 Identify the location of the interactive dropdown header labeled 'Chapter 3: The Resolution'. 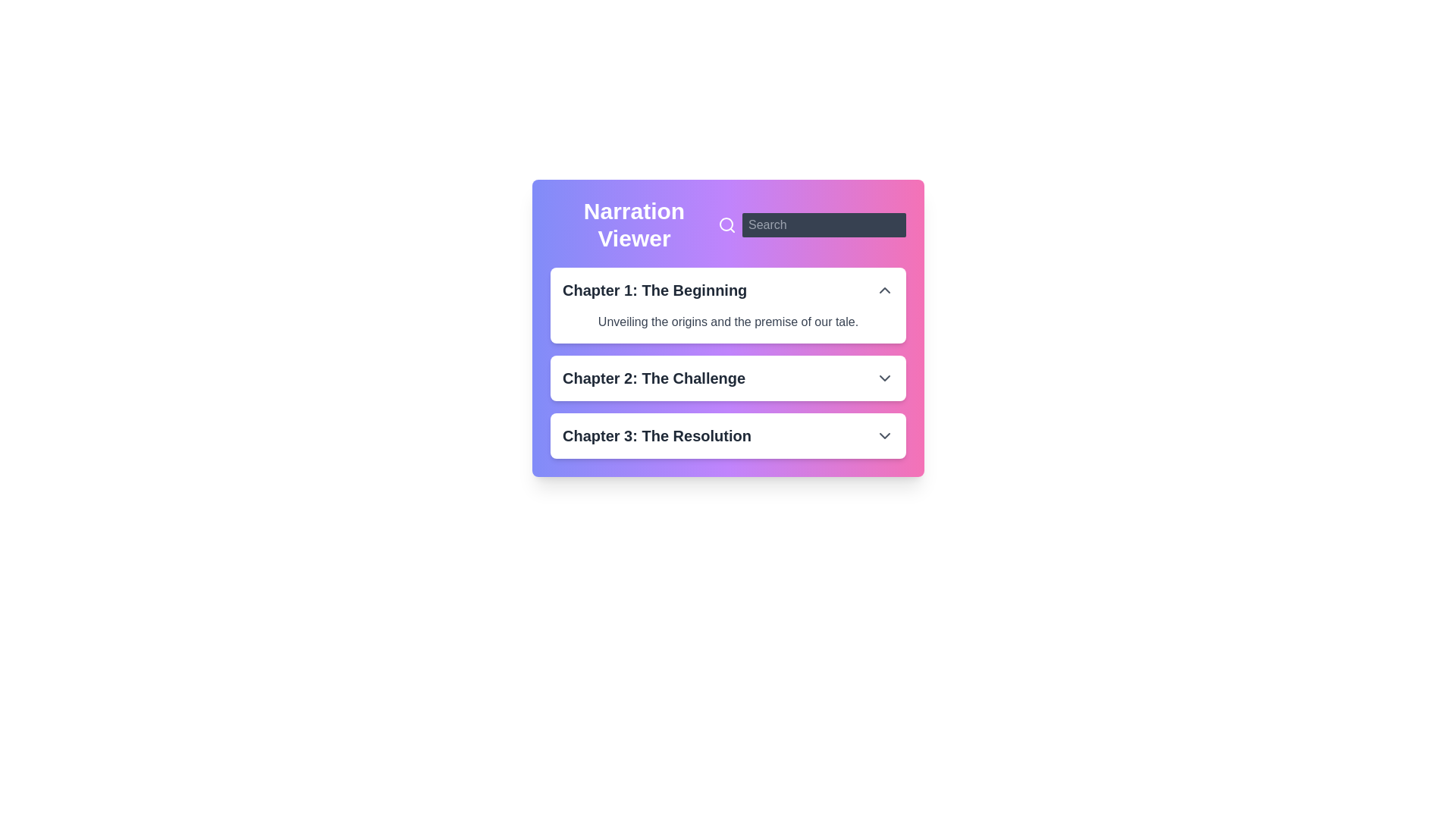
(728, 435).